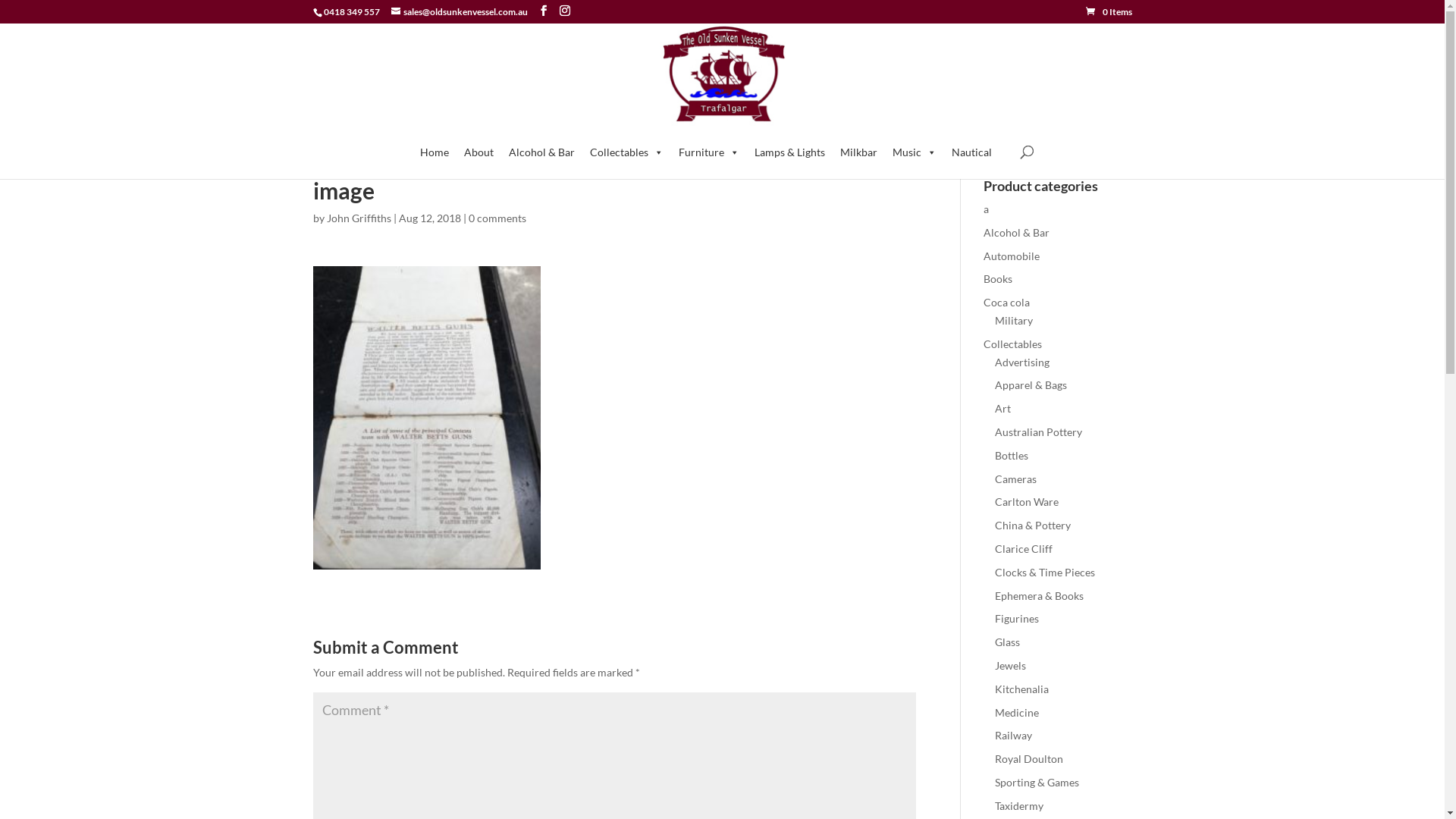  Describe the element at coordinates (1021, 689) in the screenshot. I see `'Kitchenalia'` at that location.